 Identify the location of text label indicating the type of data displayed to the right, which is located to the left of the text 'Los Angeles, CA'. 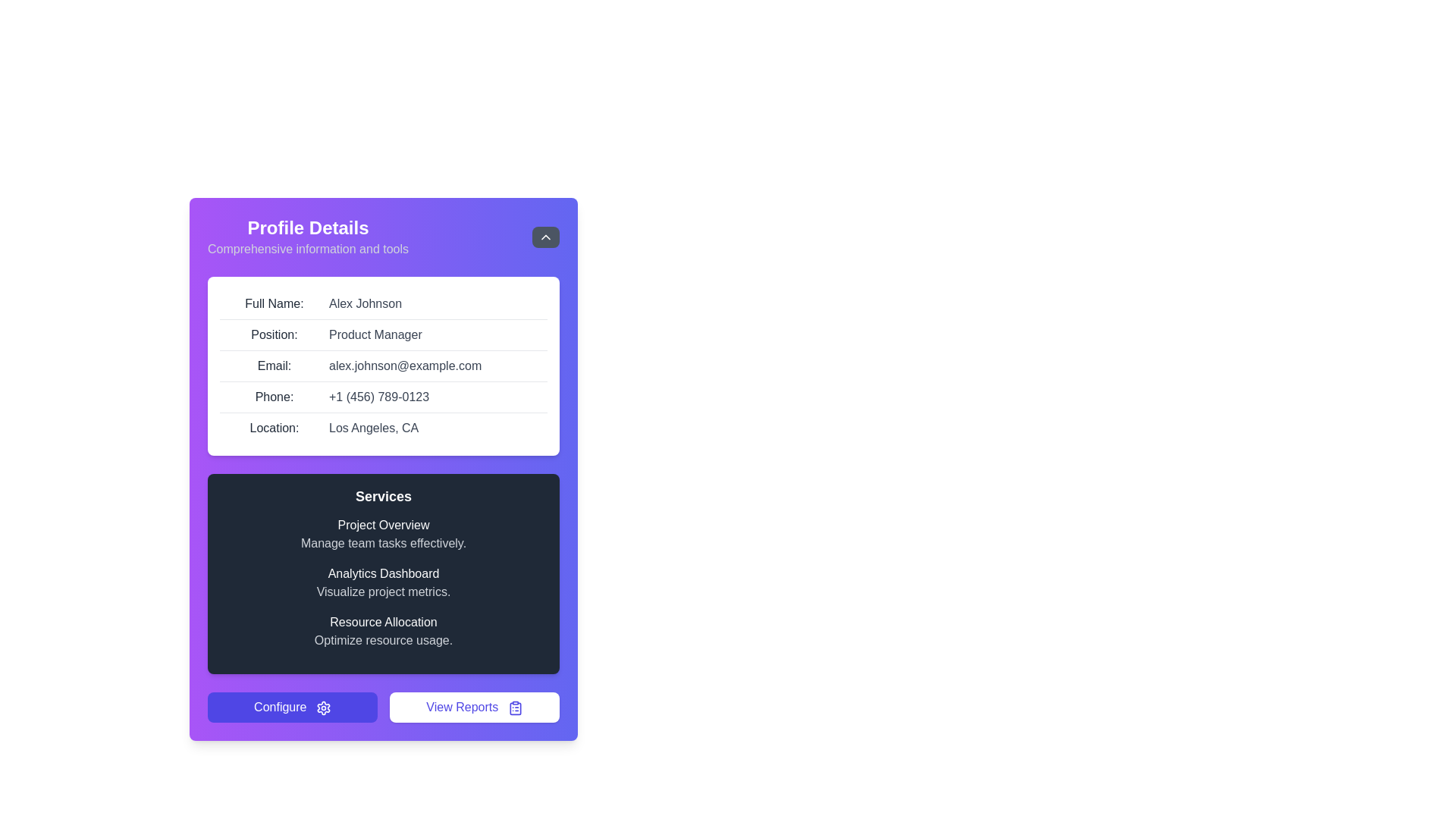
(274, 428).